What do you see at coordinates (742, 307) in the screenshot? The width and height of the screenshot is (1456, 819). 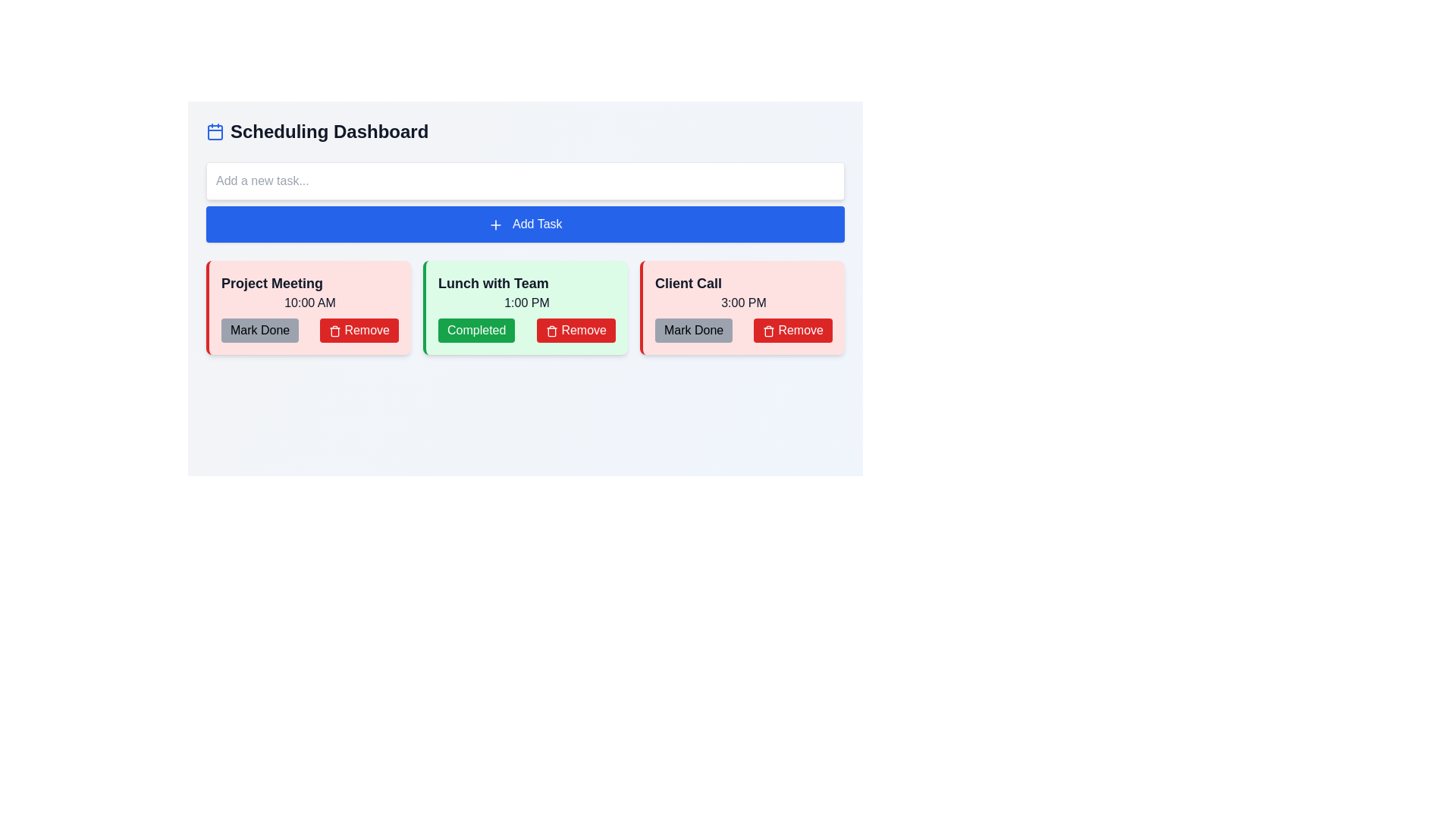 I see `the Card UI element titled 'Client Call' which is located at the bottom right corner of the grid layout, featuring a light red background and a red left border` at bounding box center [742, 307].